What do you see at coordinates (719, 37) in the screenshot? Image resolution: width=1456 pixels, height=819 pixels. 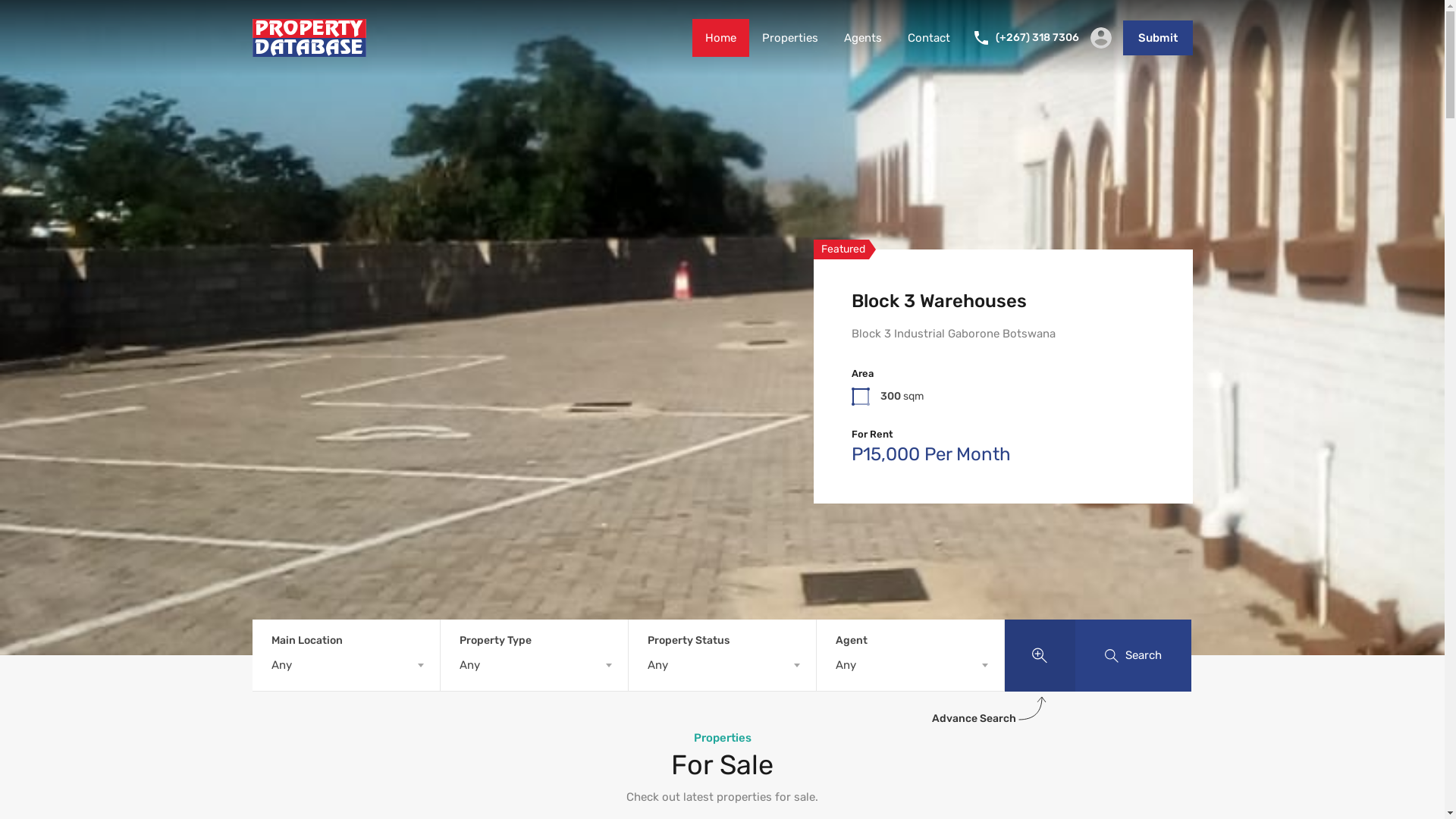 I see `'Home'` at bounding box center [719, 37].